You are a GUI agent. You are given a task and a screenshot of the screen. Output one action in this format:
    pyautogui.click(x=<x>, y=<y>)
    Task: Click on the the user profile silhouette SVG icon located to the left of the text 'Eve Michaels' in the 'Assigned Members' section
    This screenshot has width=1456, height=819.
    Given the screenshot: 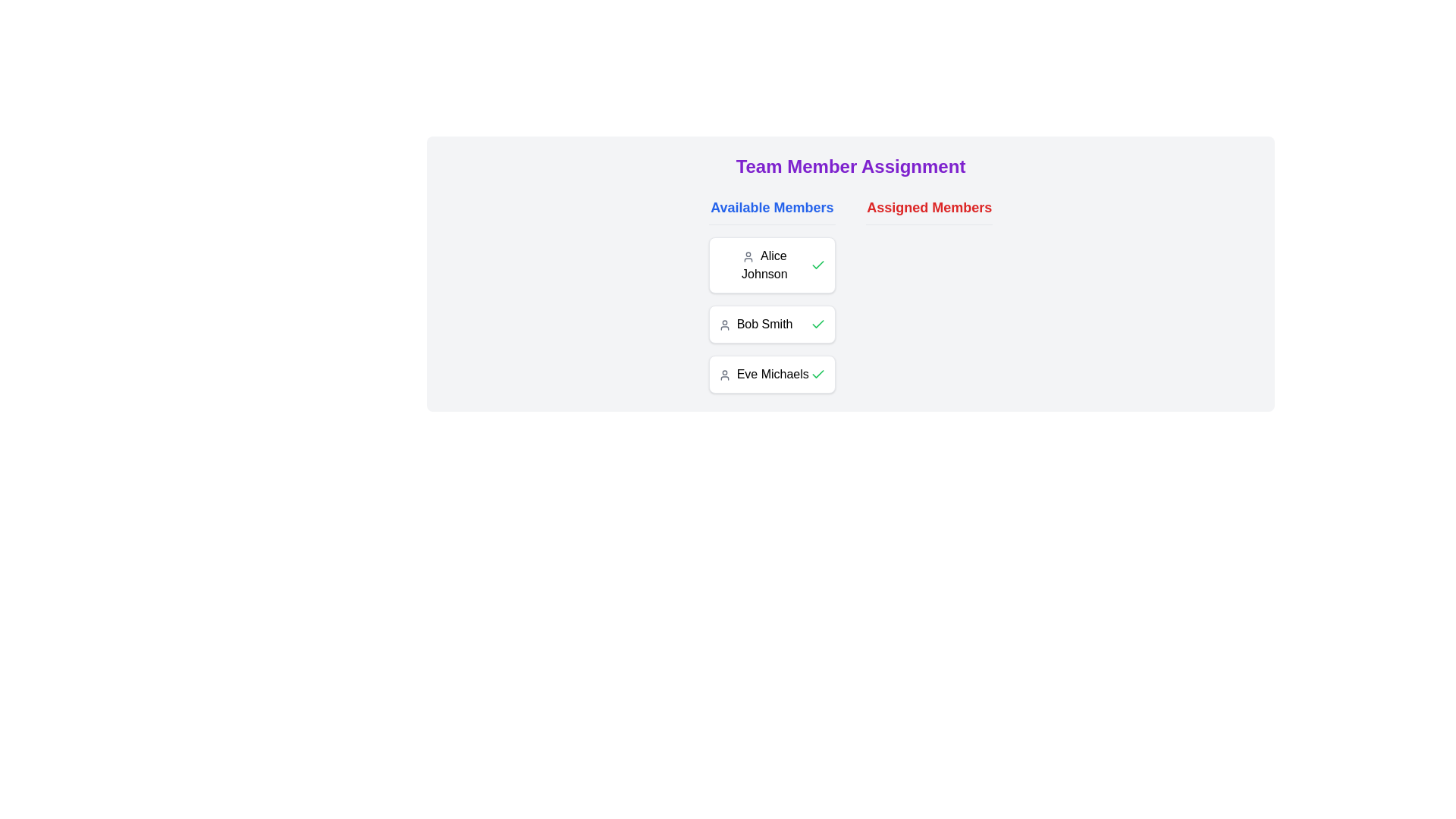 What is the action you would take?
    pyautogui.click(x=723, y=375)
    